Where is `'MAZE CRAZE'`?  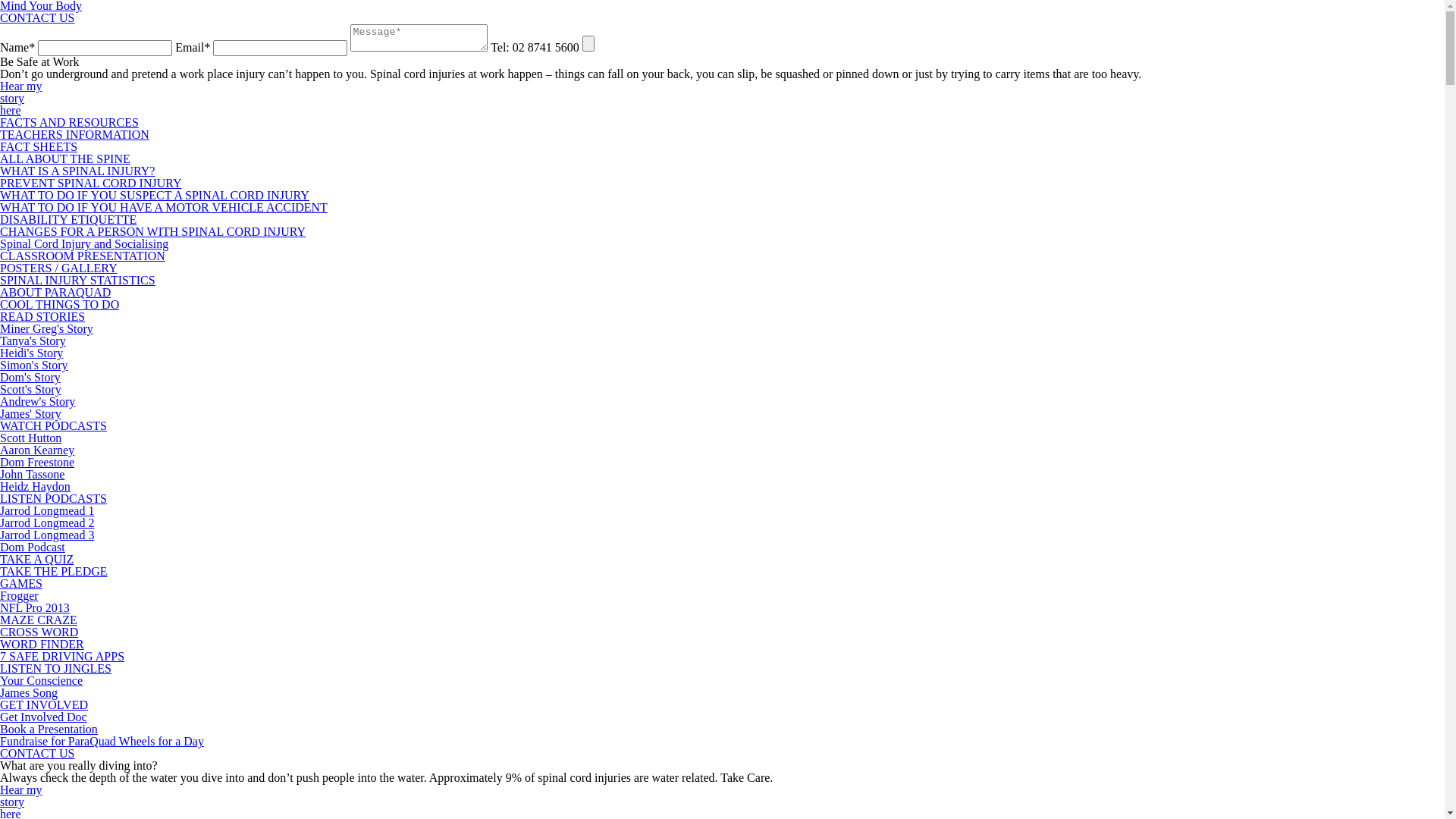 'MAZE CRAZE' is located at coordinates (39, 620).